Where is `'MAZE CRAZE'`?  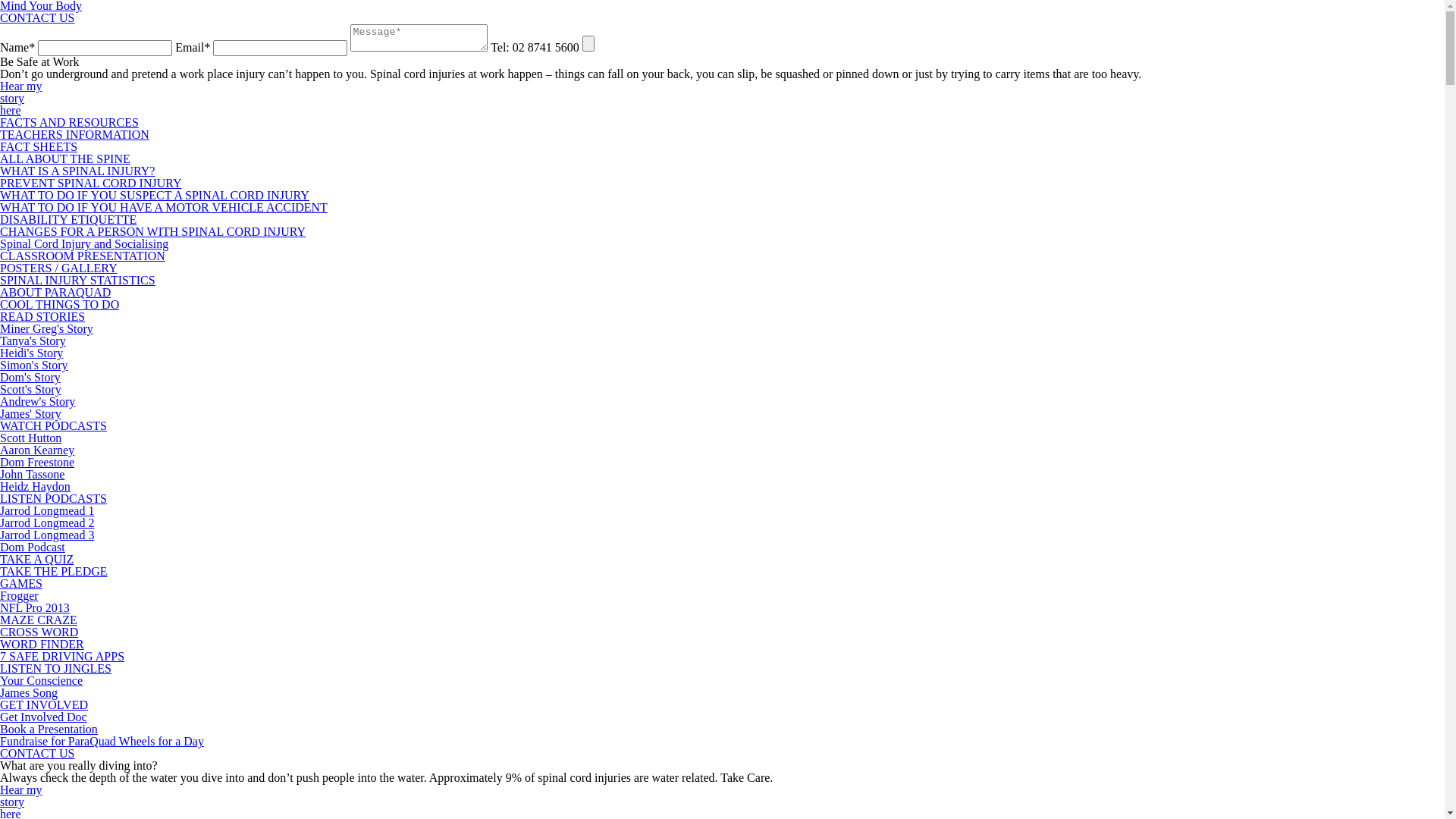 'MAZE CRAZE' is located at coordinates (39, 620).